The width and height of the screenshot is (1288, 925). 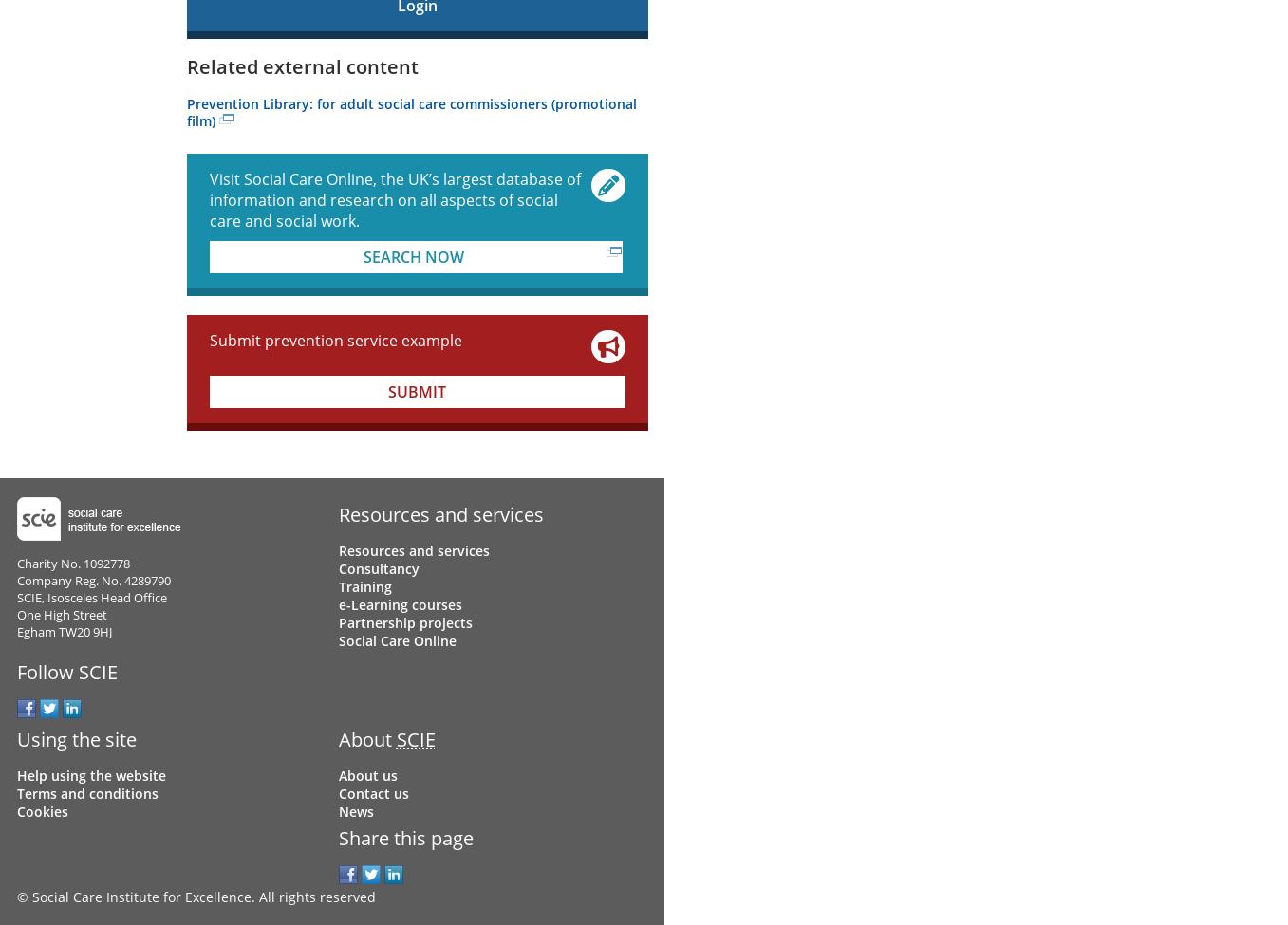 I want to click on 'Contact us', so click(x=336, y=793).